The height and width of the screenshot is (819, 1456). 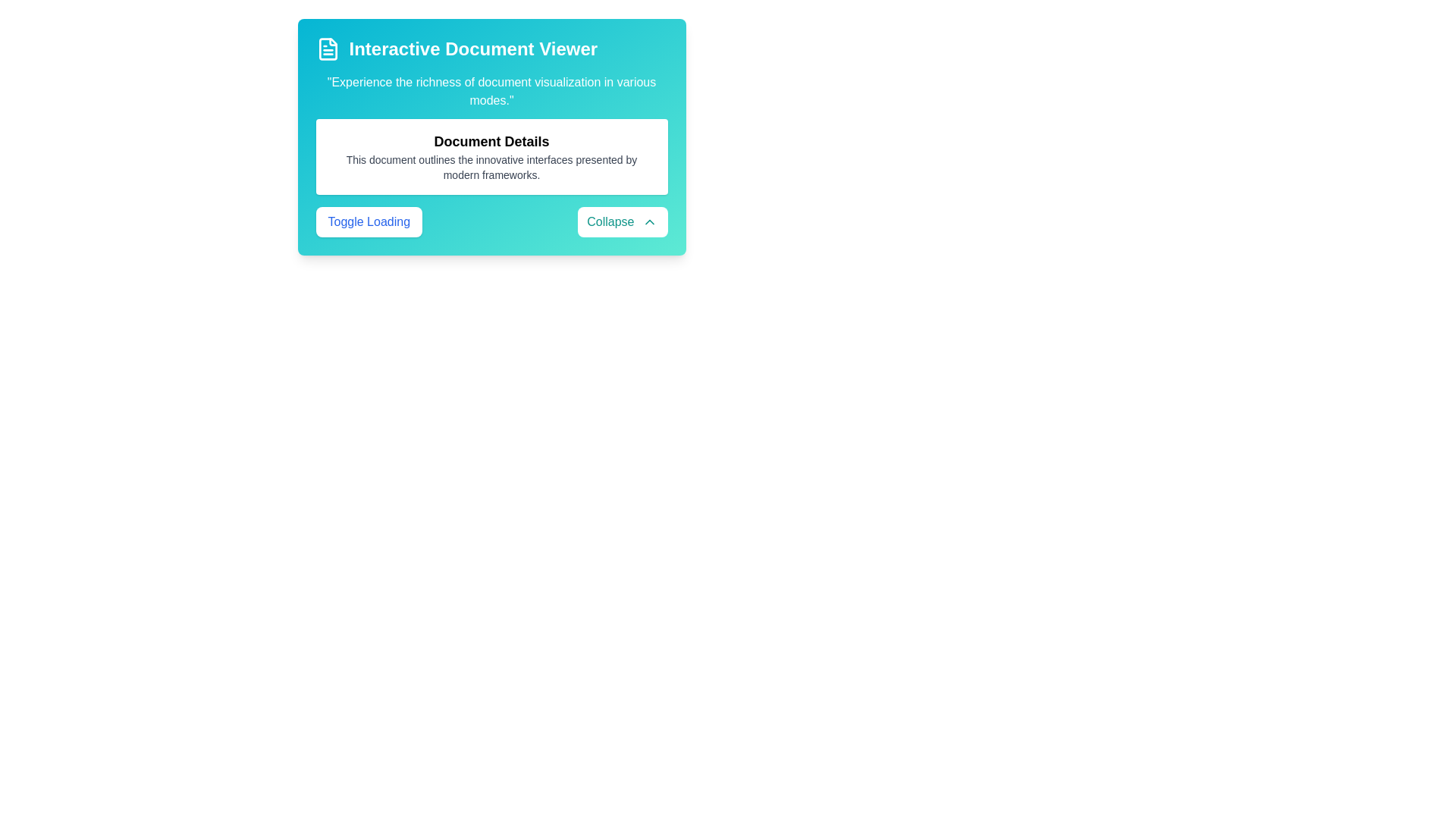 What do you see at coordinates (491, 49) in the screenshot?
I see `the header labeled 'Interactive Document Viewer' with the accompanying document icon, which is styled in white bold font against a cyan gradient background` at bounding box center [491, 49].